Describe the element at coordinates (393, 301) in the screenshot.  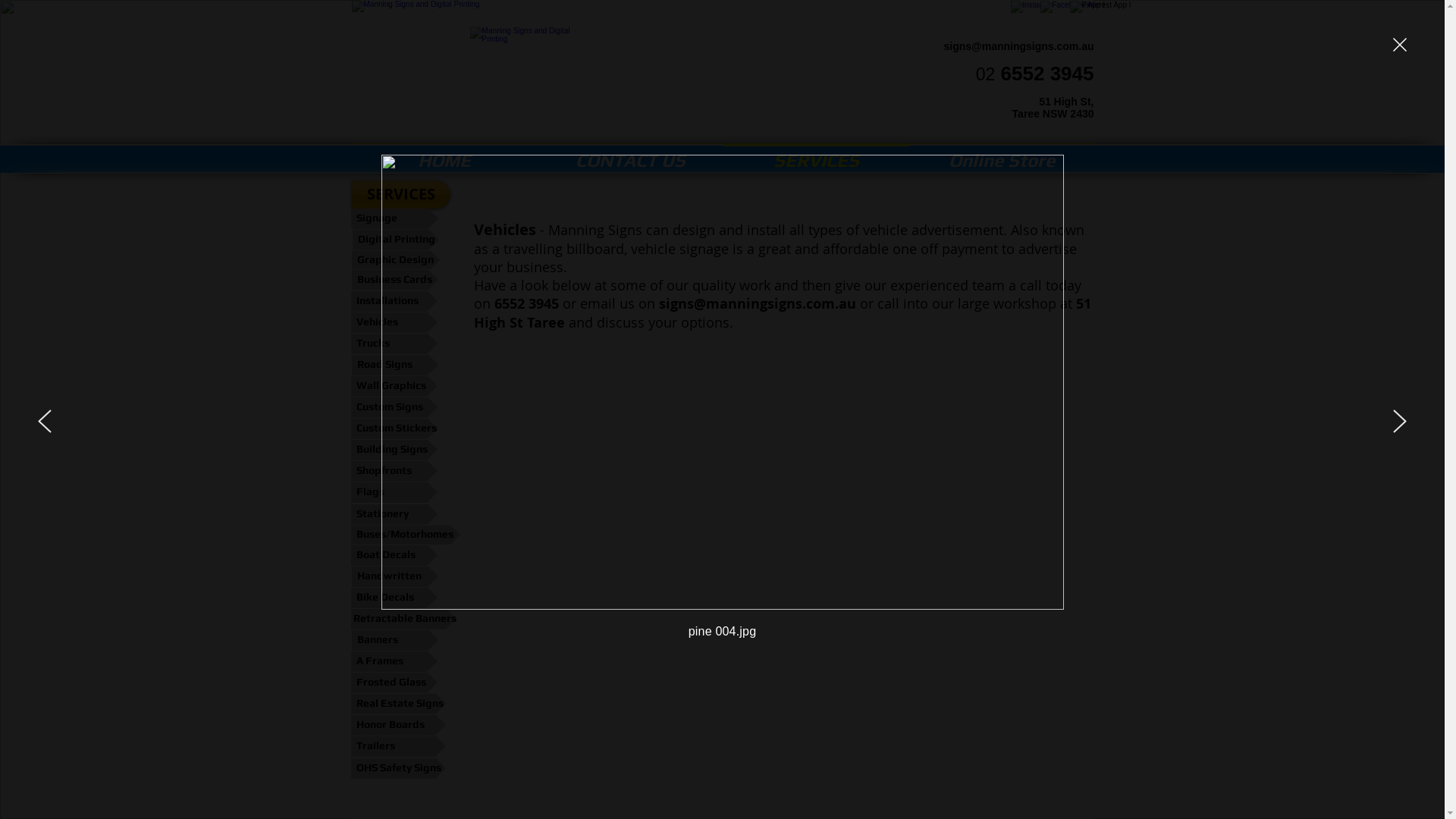
I see `'Installations'` at that location.